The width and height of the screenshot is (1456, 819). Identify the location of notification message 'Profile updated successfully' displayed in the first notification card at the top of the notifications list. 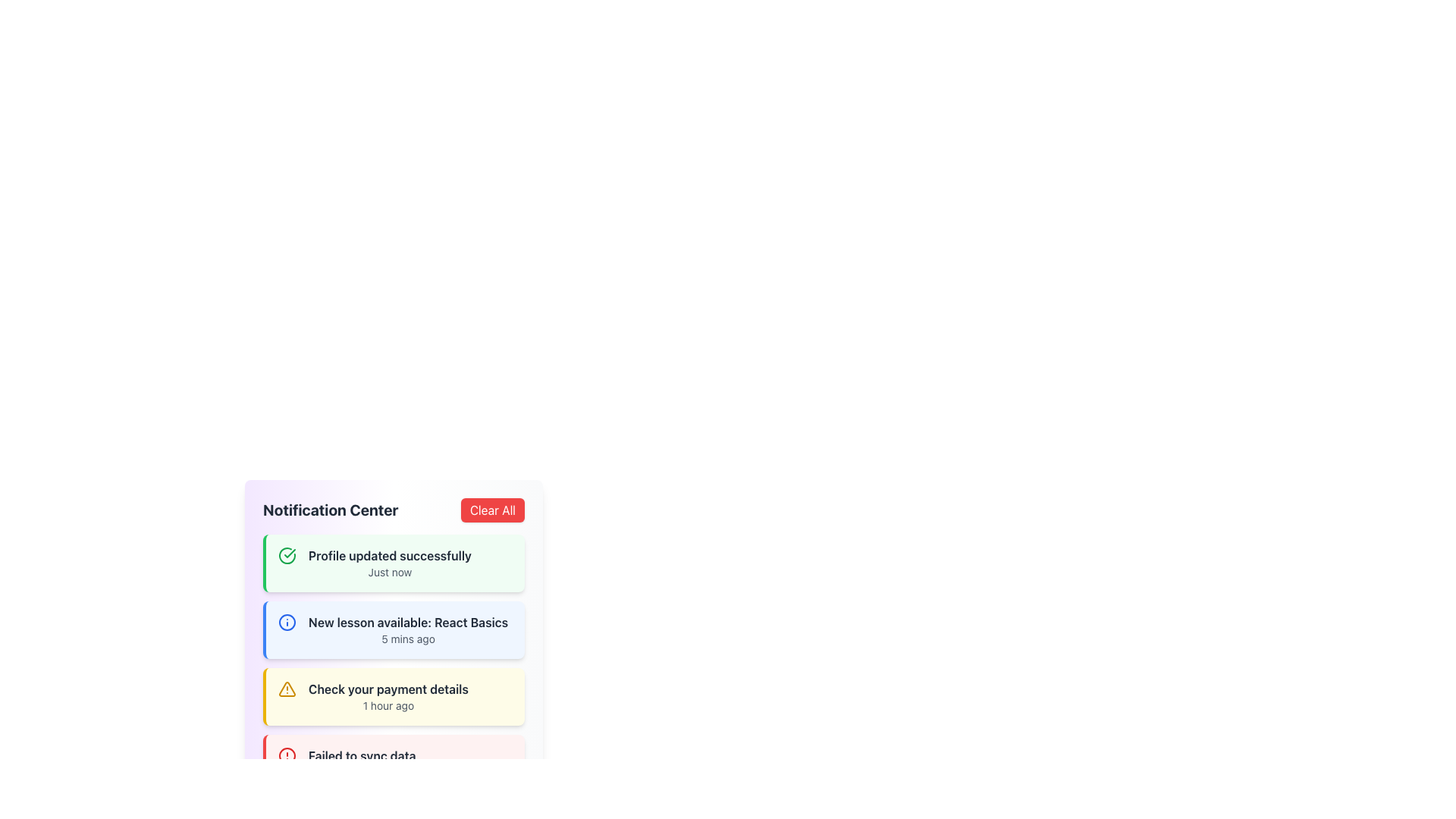
(390, 563).